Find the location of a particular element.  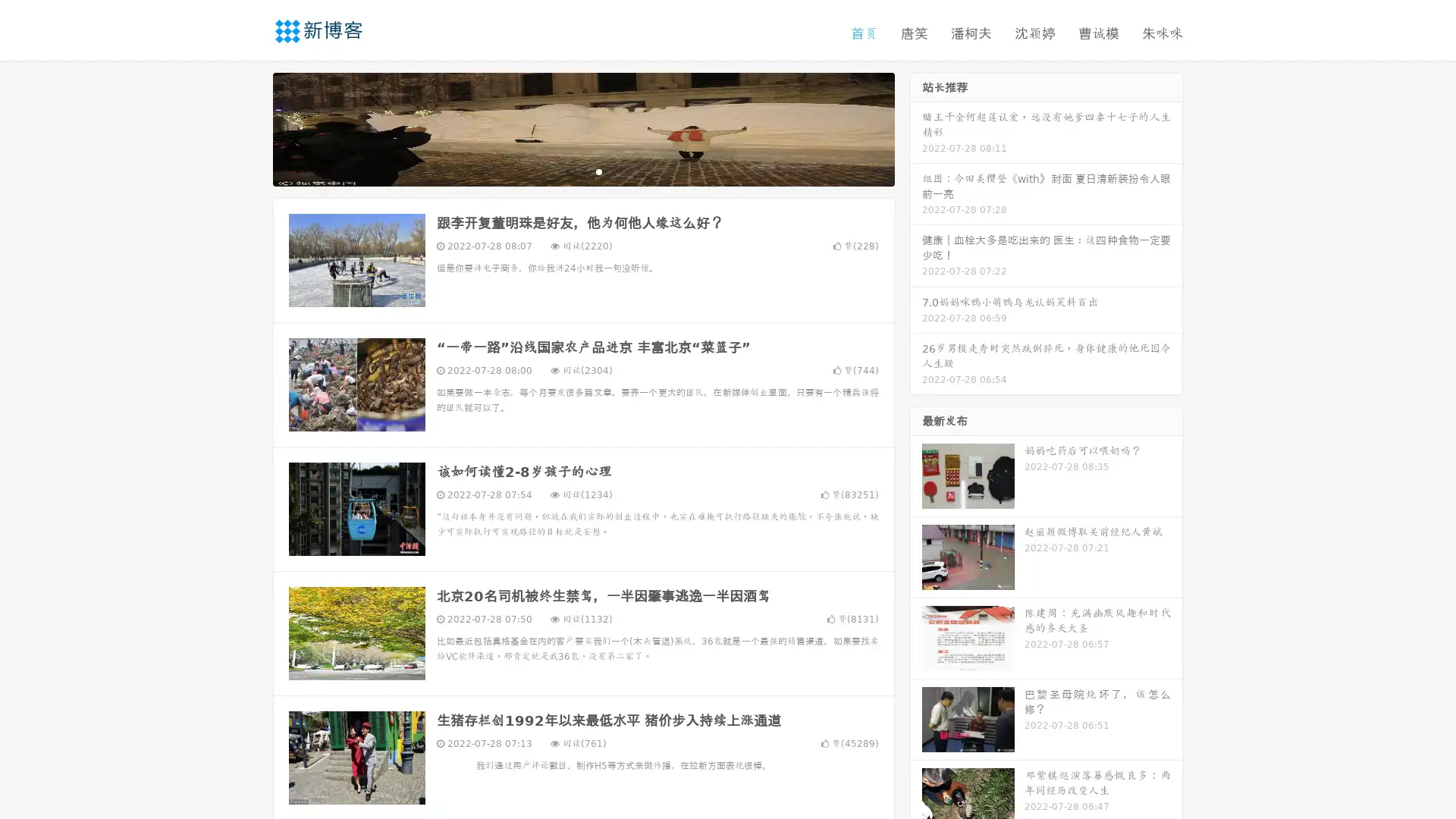

Go to slide 2 is located at coordinates (582, 171).